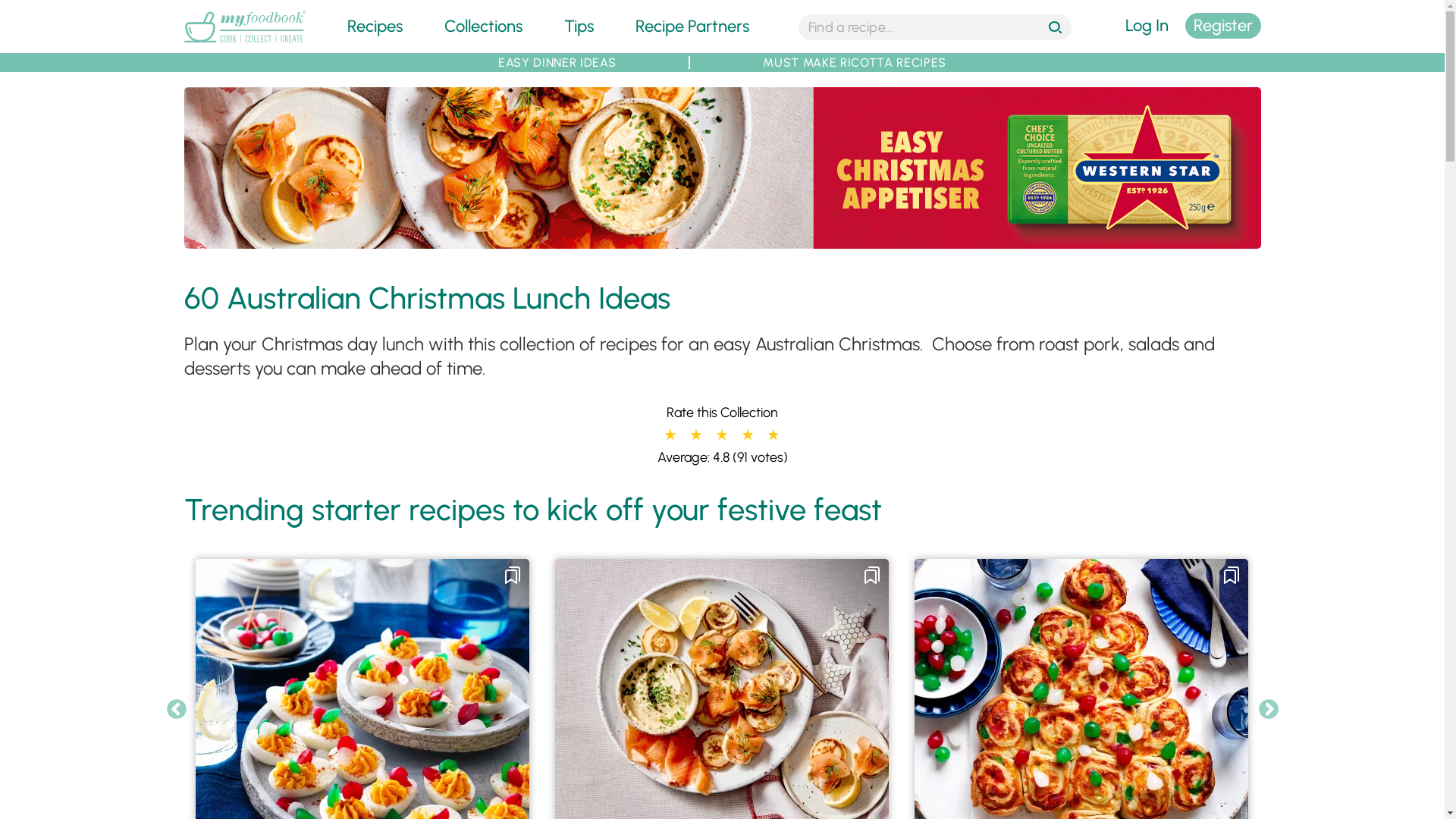  Describe the element at coordinates (17, 8) in the screenshot. I see `'Rate'` at that location.